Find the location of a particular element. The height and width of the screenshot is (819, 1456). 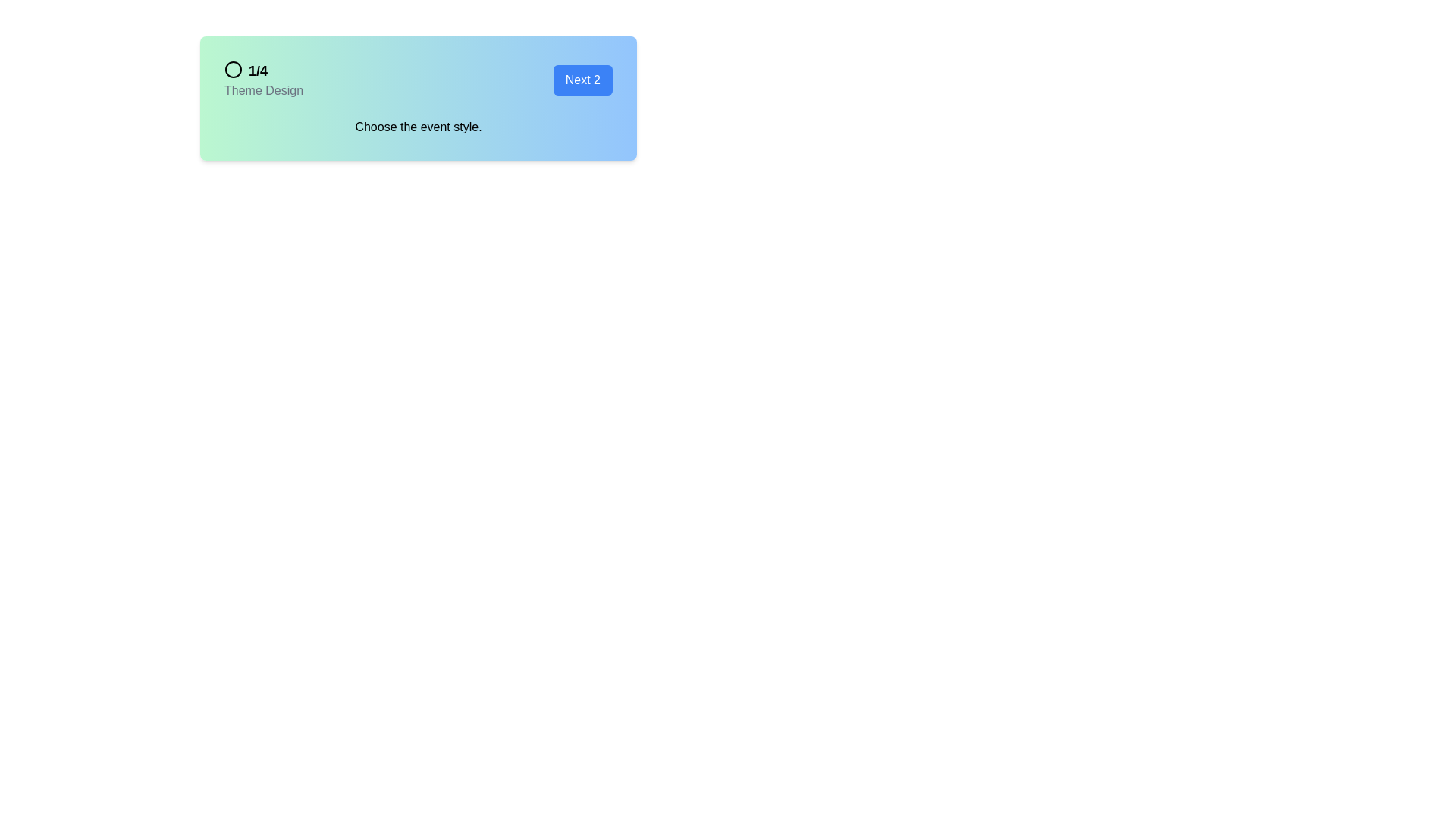

'Next' button to navigate to the next step is located at coordinates (582, 80).